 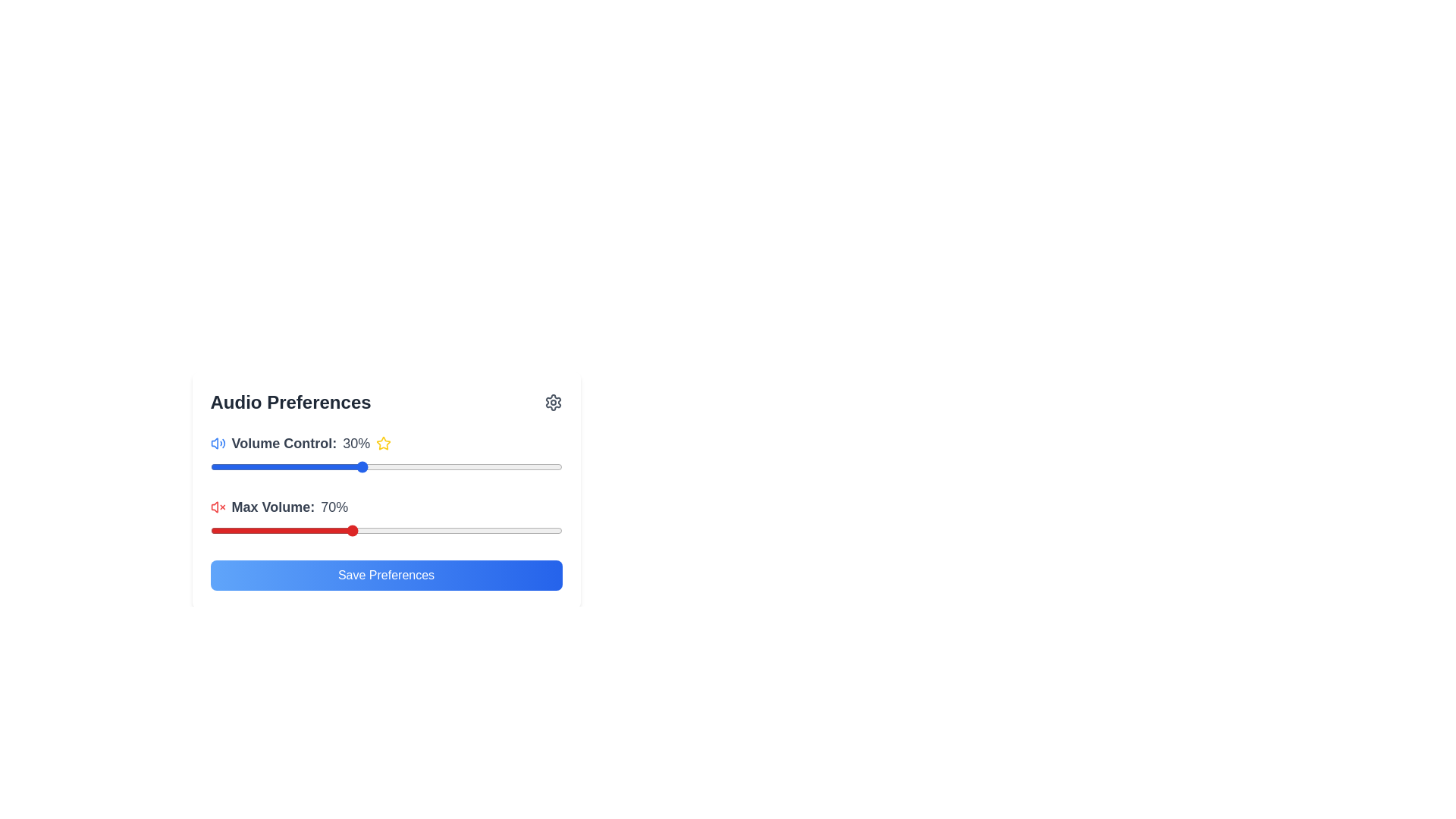 What do you see at coordinates (386, 529) in the screenshot?
I see `the slider located below the 'Max Volume: 70%' text in the 'Audio Preferences' section` at bounding box center [386, 529].